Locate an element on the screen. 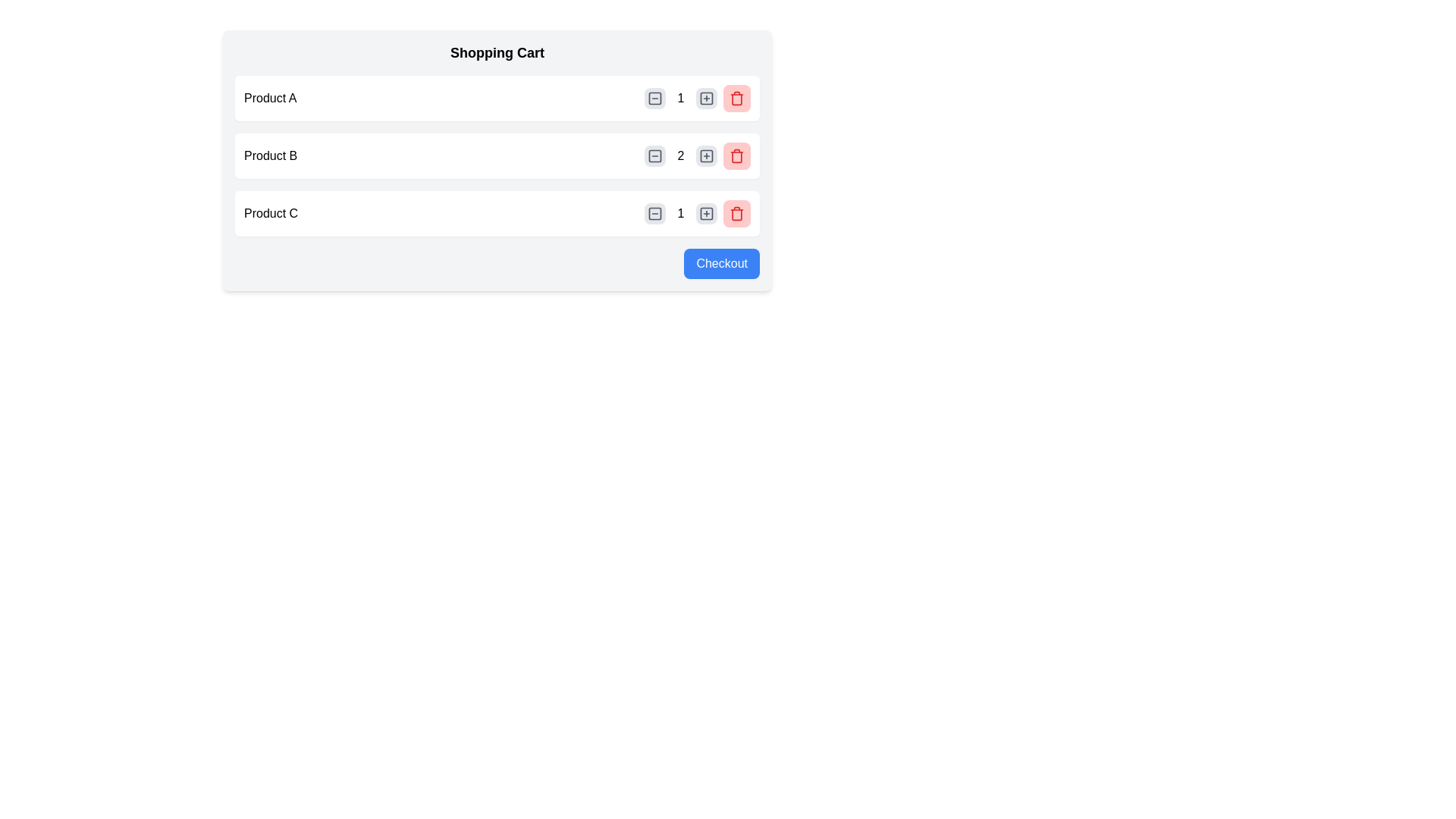  the decrement button for 'Product B', which is a gray square with rounded corners and a minus sign inside is located at coordinates (655, 155).